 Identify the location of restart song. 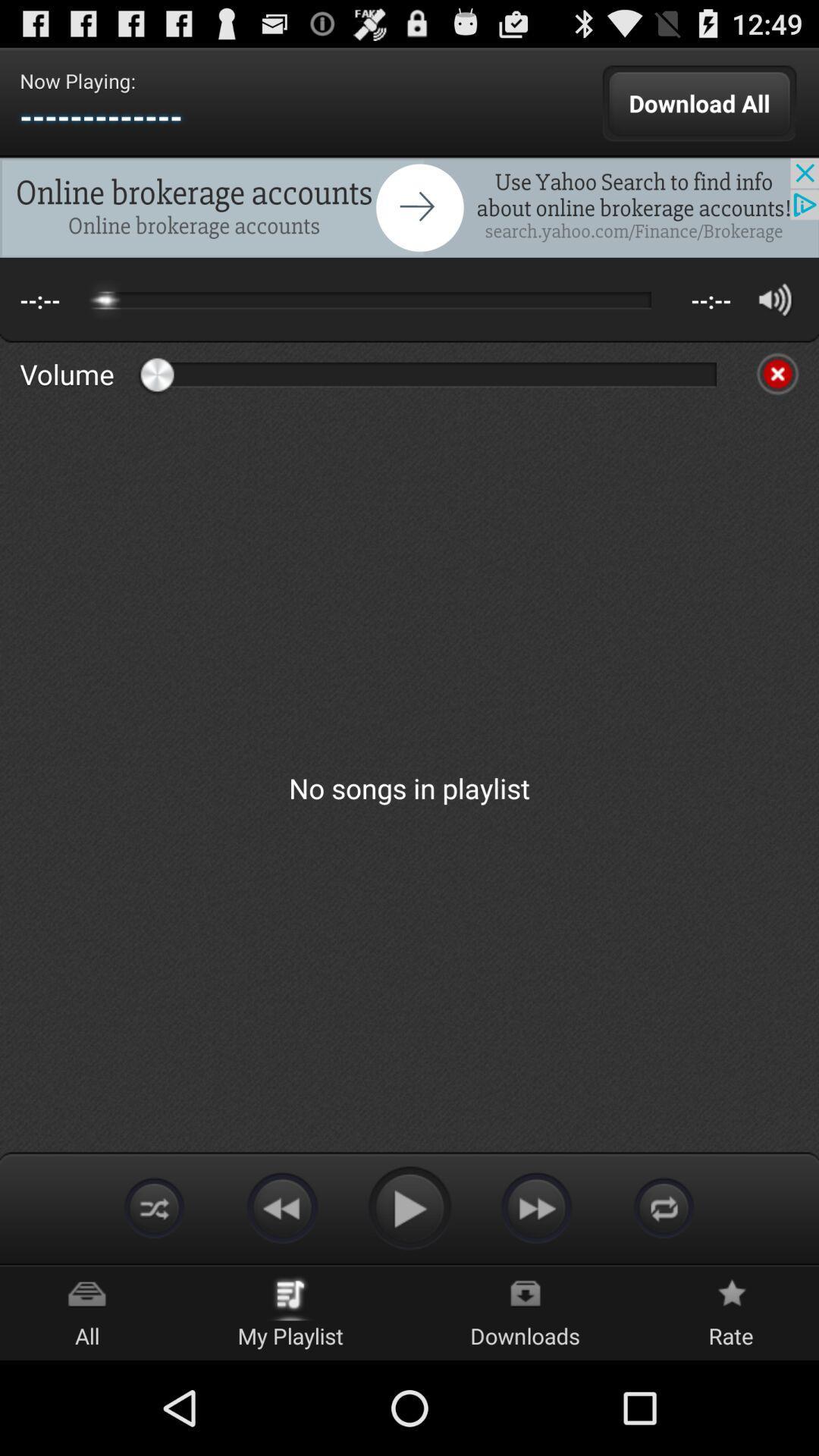
(663, 1207).